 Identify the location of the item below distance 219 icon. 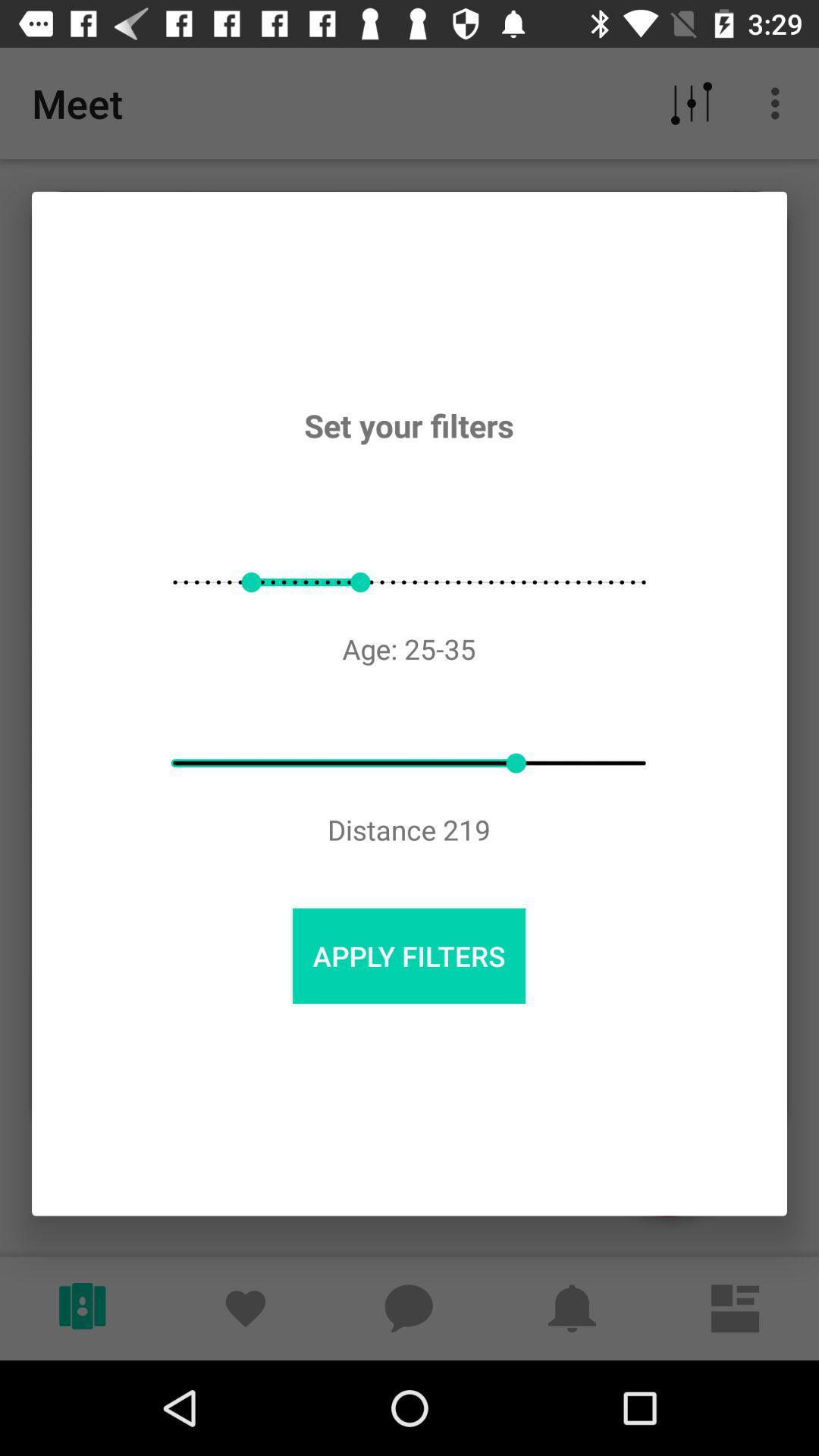
(408, 955).